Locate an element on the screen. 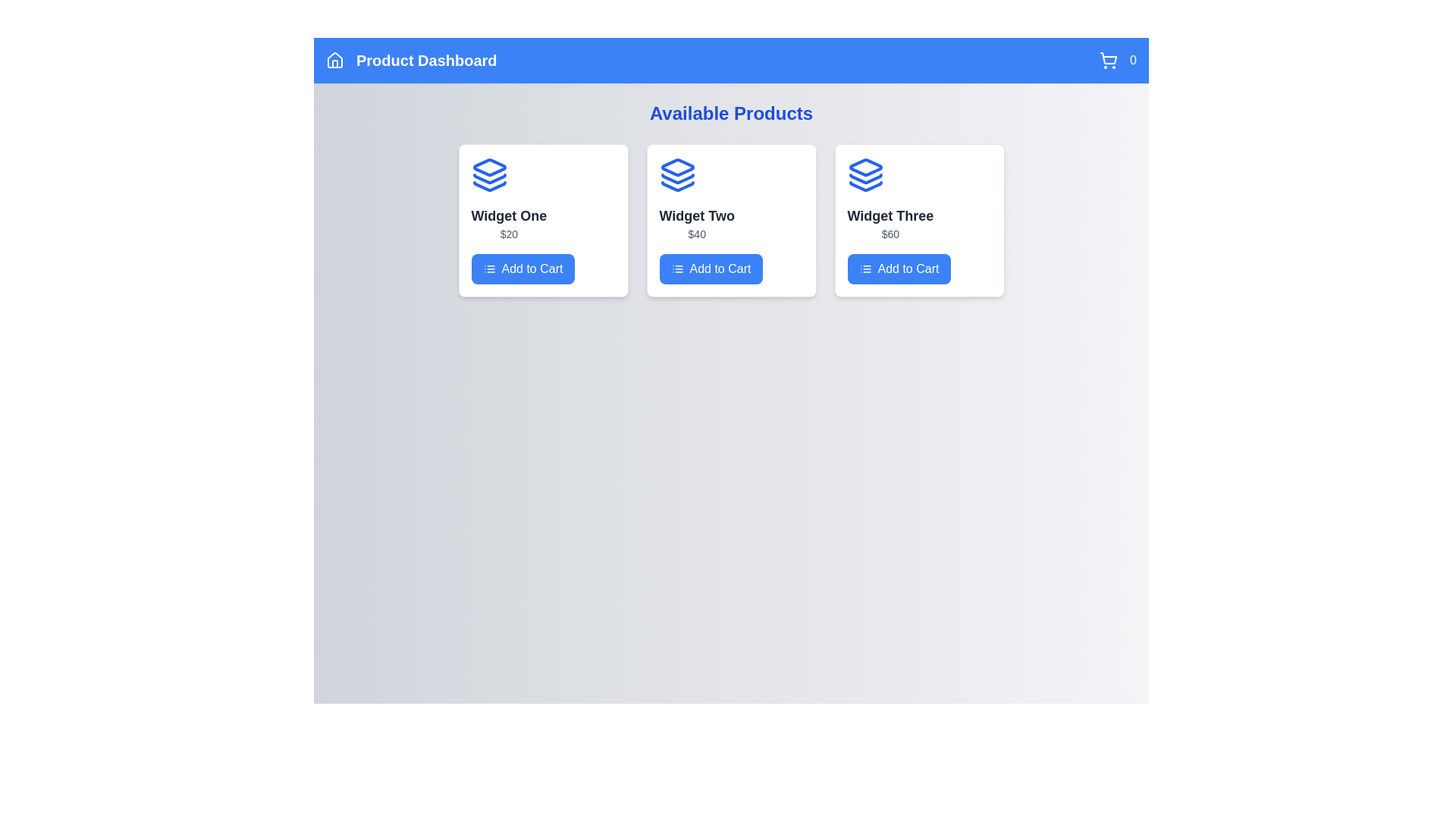 The image size is (1456, 819). the 'Add to Cart' button with rounded corners, blue background, and white text for accessibility navigation is located at coordinates (523, 268).